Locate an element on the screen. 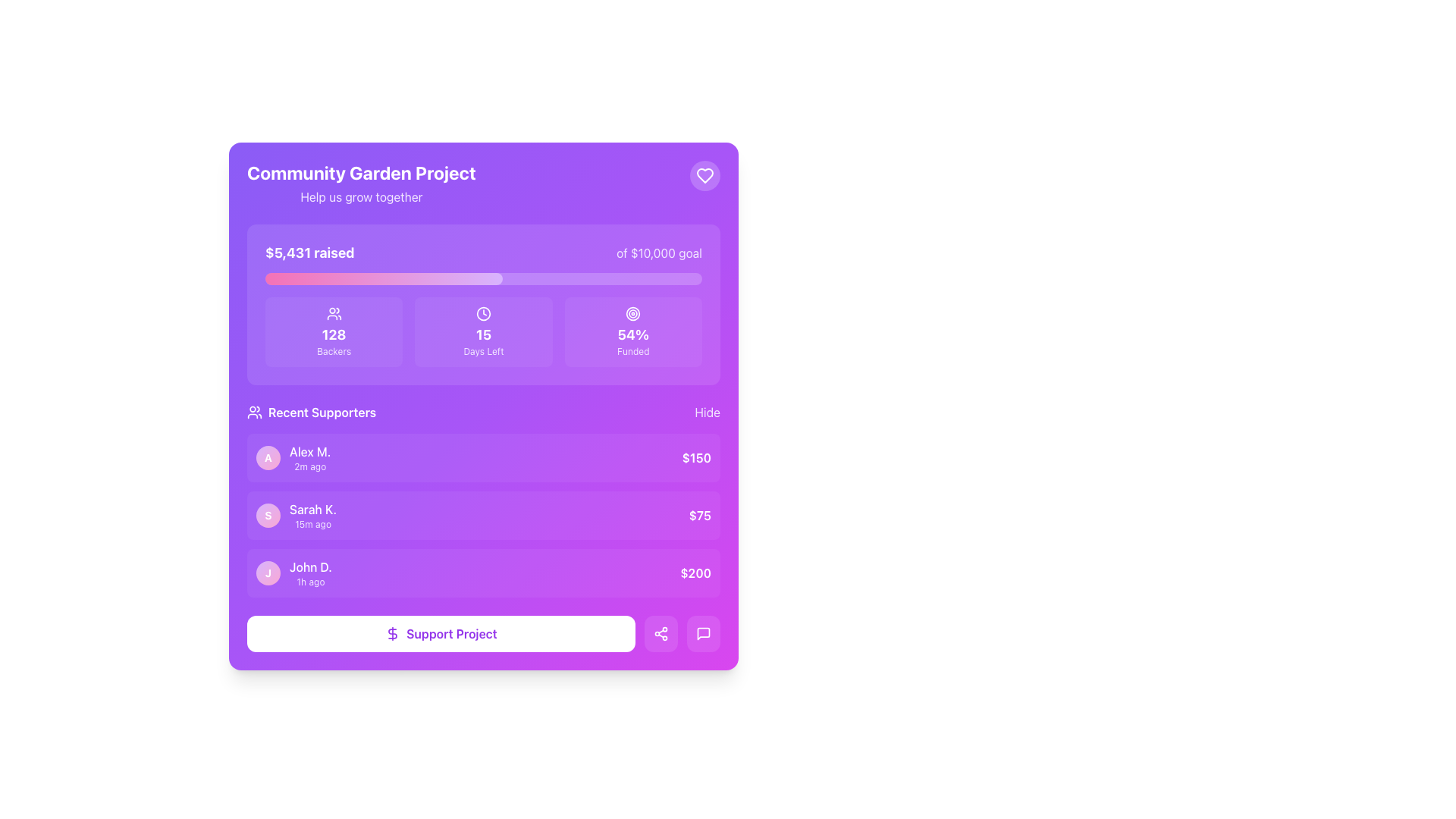 Image resolution: width=1456 pixels, height=819 pixels. the outermost circle of the '54% Funded' box in the project statistics summary section is located at coordinates (633, 312).